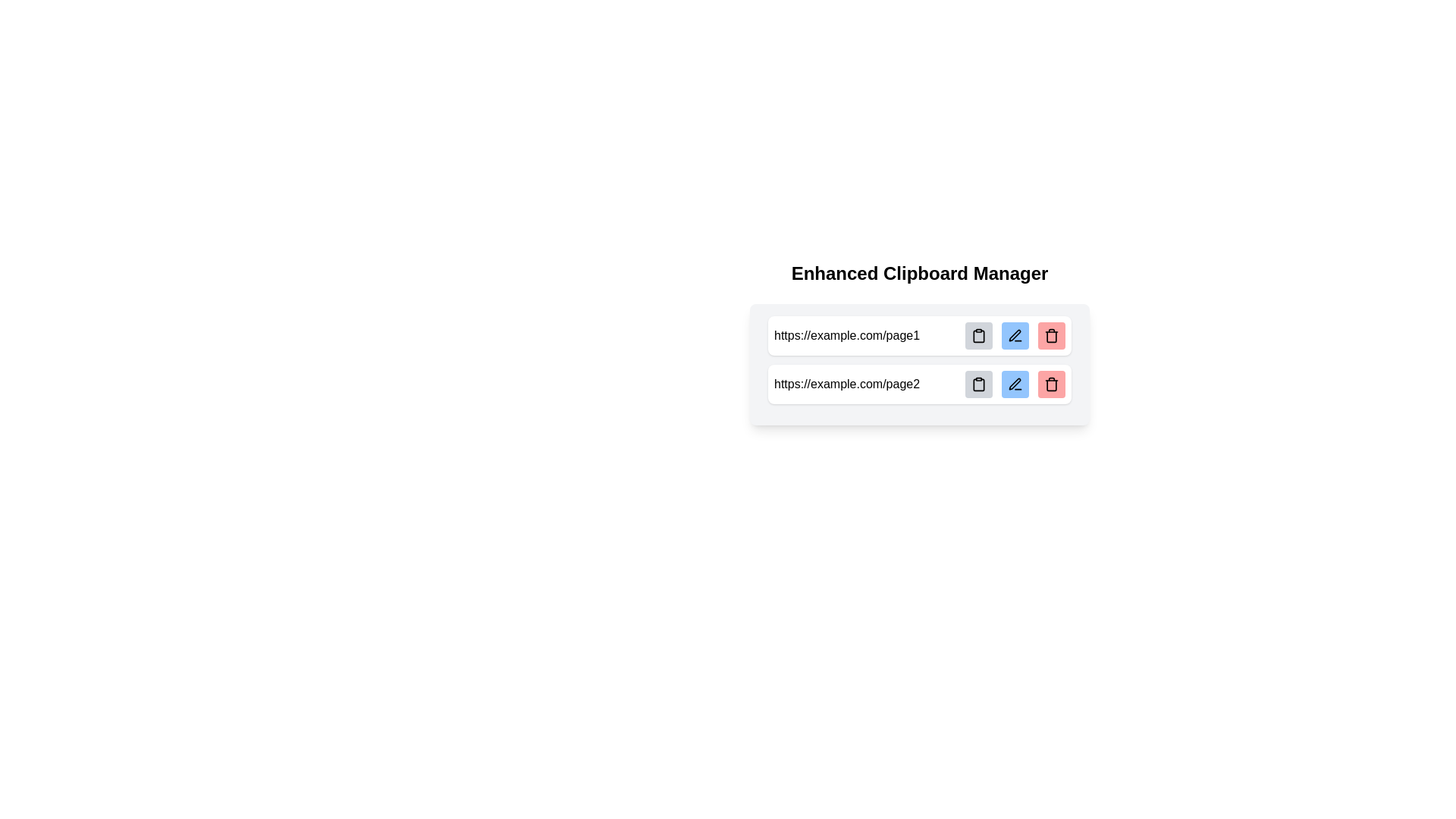 This screenshot has width=1456, height=819. Describe the element at coordinates (846, 383) in the screenshot. I see `the URL text element displaying 'https://example.com/page2' located in the second item of a vertically stacked list in the clipboard manager interface` at that location.